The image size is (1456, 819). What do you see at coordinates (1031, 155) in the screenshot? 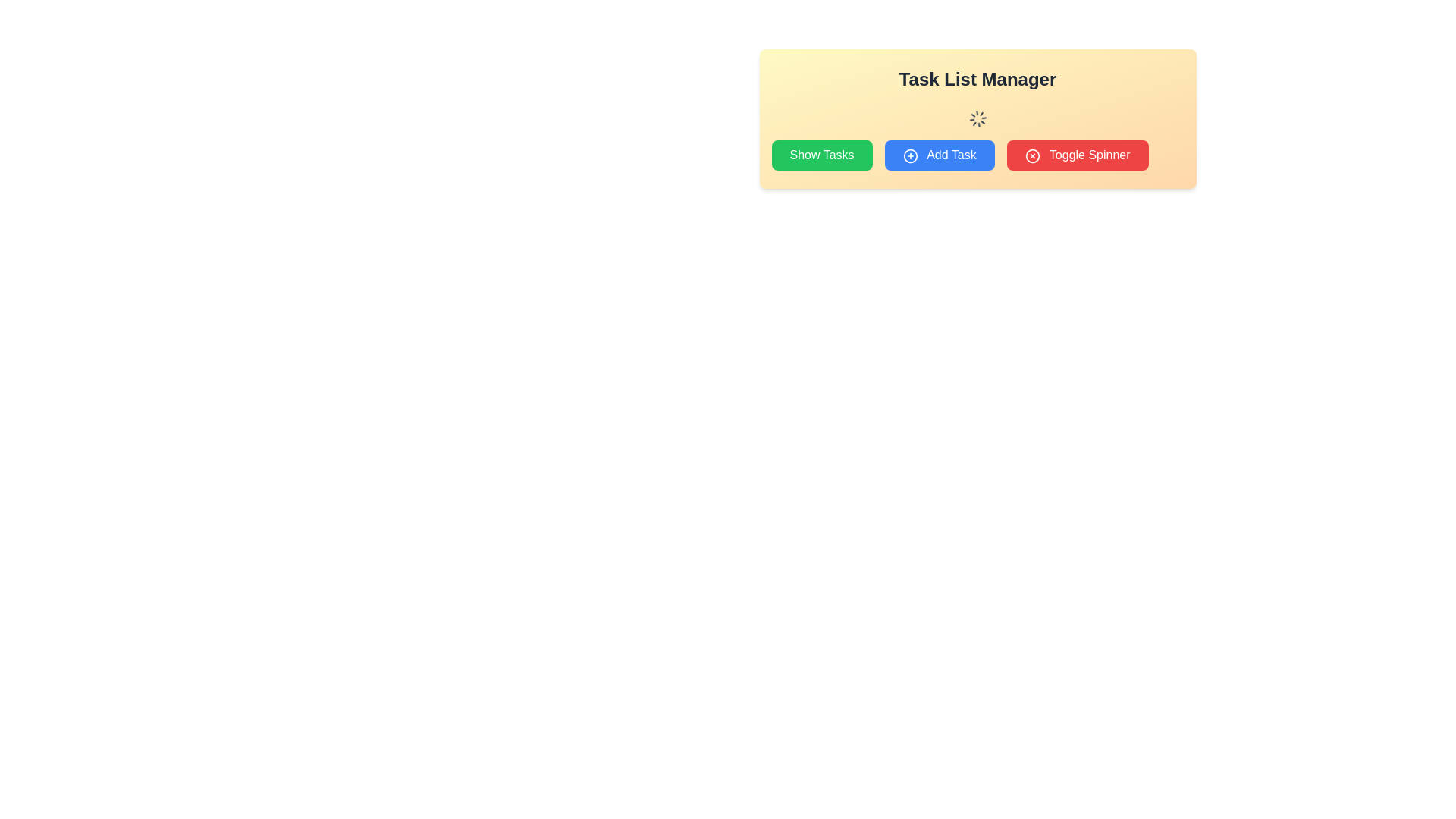
I see `the decorative icon located to the left of the 'Toggle Spinner' button within the red button in the bottom-right corner of the displayed card` at bounding box center [1031, 155].